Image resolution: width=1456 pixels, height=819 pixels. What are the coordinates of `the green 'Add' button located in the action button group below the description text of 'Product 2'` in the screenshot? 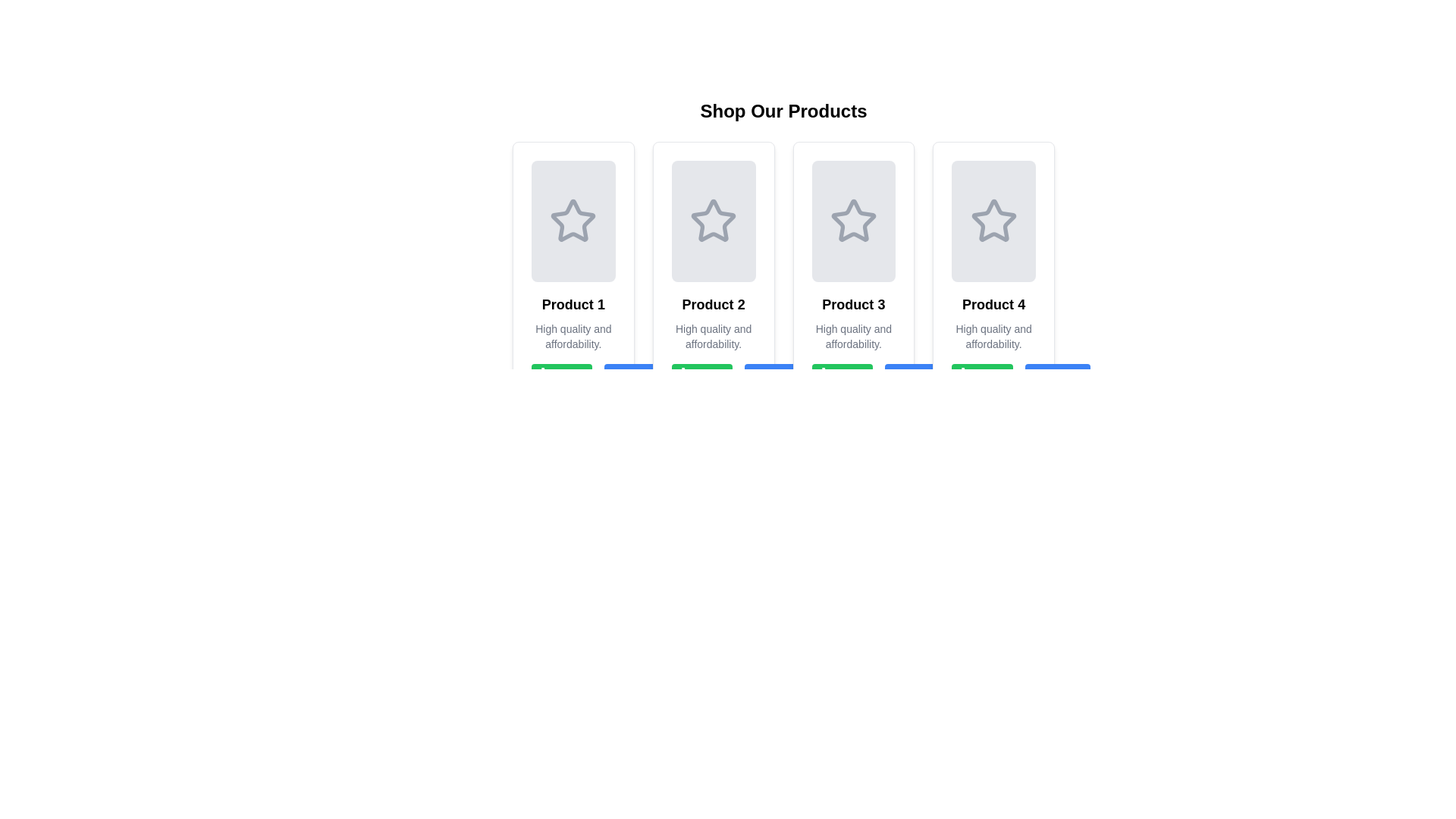 It's located at (713, 375).